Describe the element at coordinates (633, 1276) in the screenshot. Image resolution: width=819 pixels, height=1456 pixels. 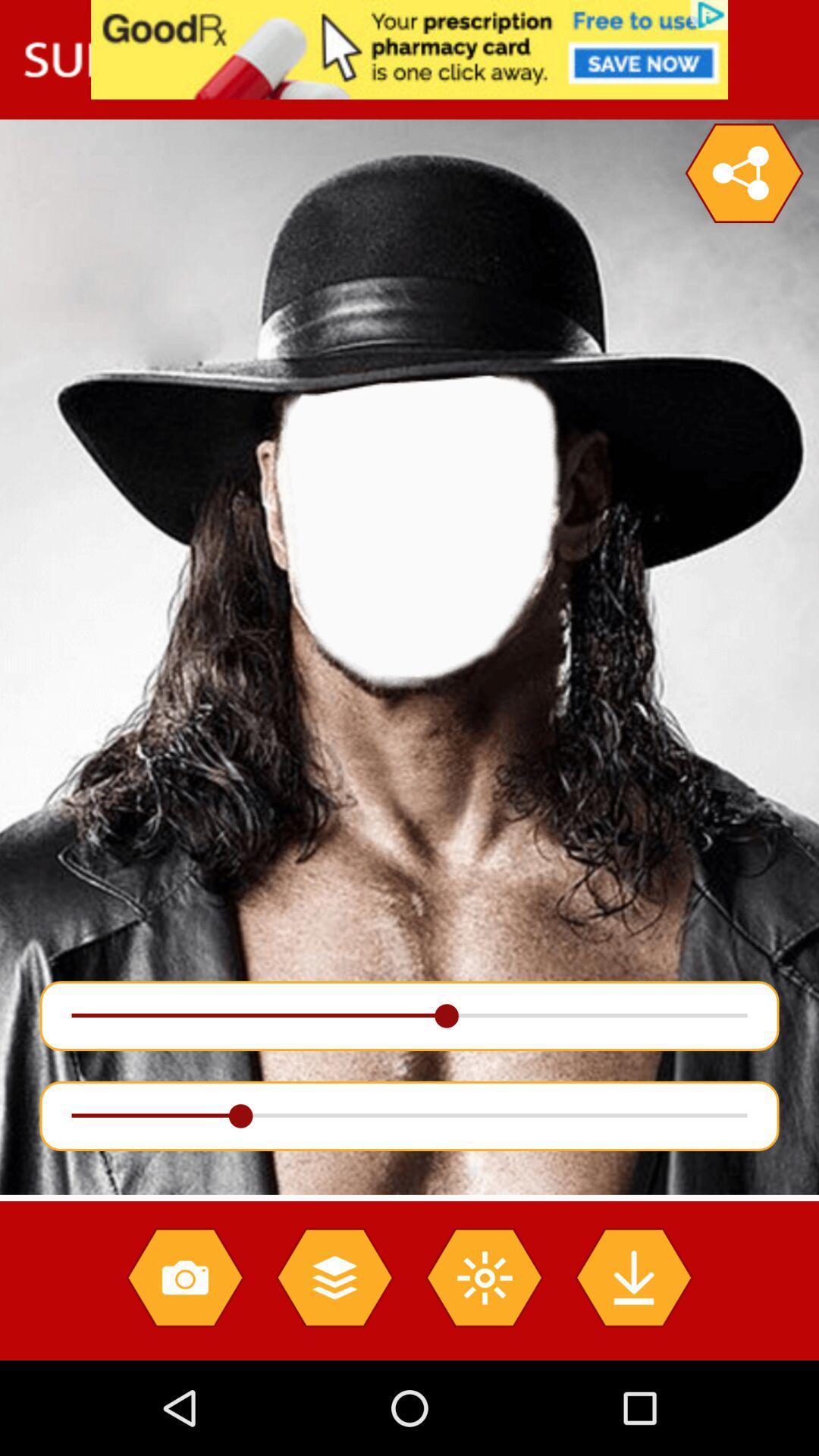
I see `install button` at that location.